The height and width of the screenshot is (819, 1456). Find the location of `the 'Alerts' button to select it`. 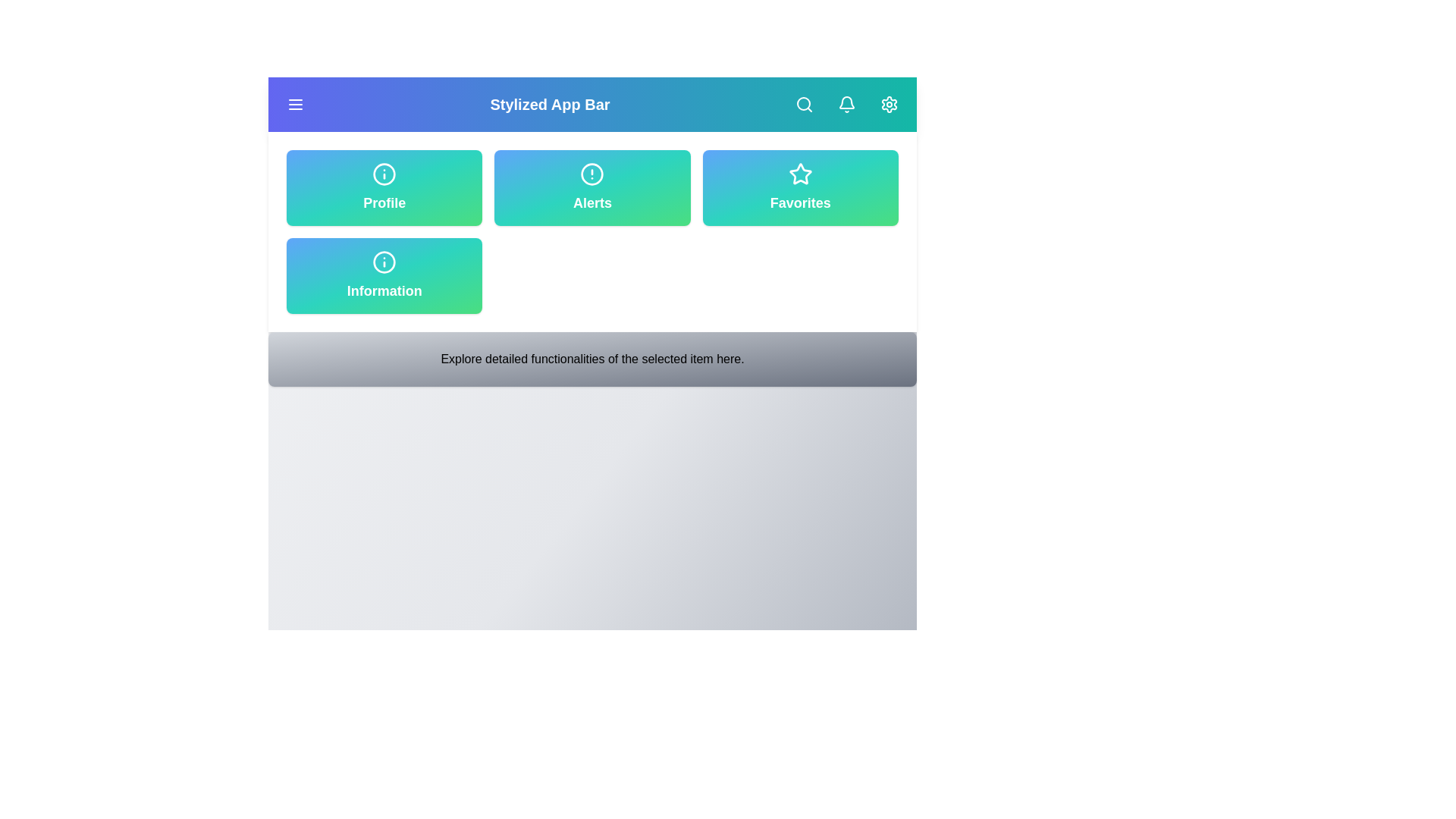

the 'Alerts' button to select it is located at coordinates (591, 187).